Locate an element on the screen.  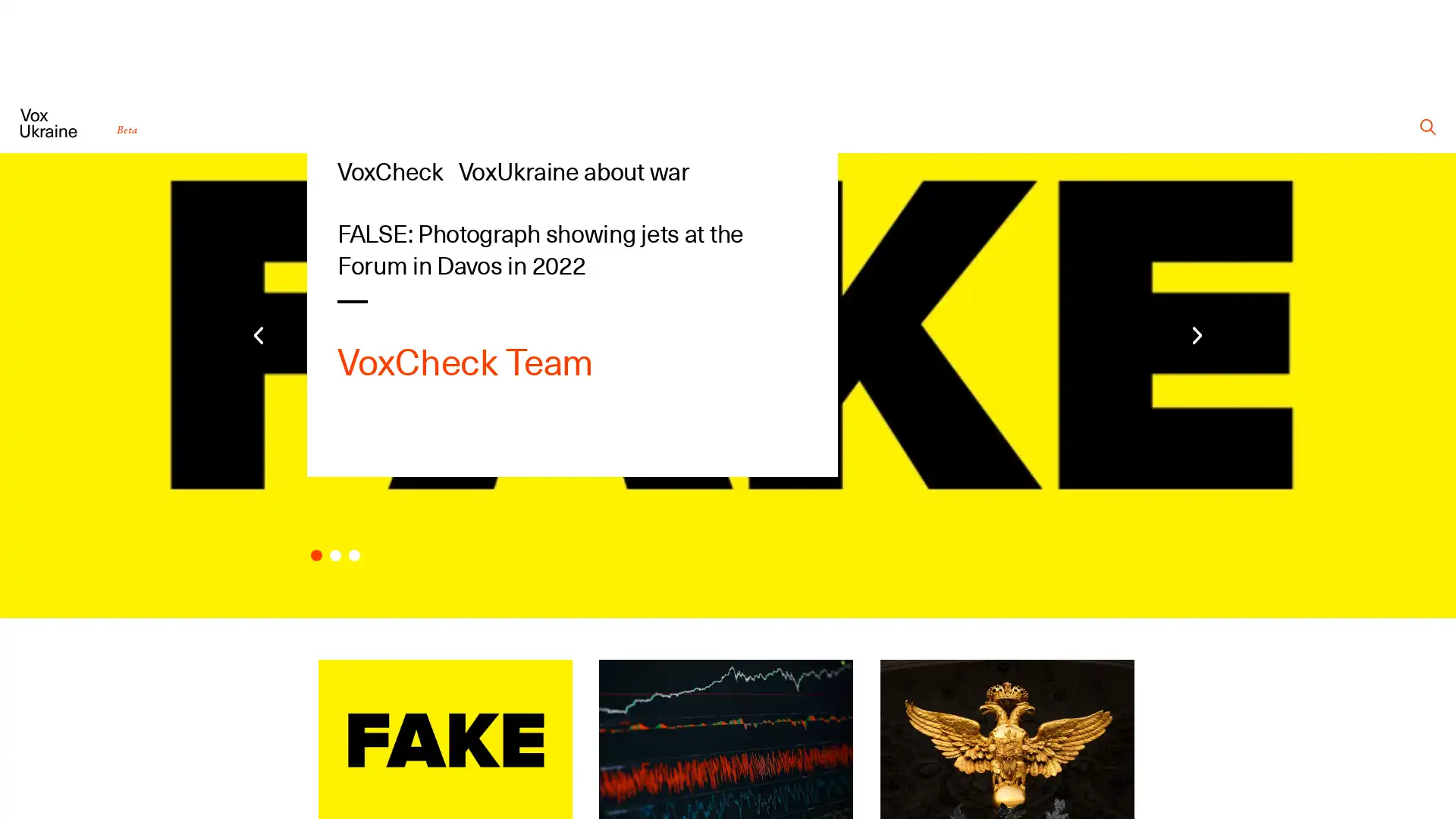
Carousel Page 1 (Current Slide) is located at coordinates (315, 610).